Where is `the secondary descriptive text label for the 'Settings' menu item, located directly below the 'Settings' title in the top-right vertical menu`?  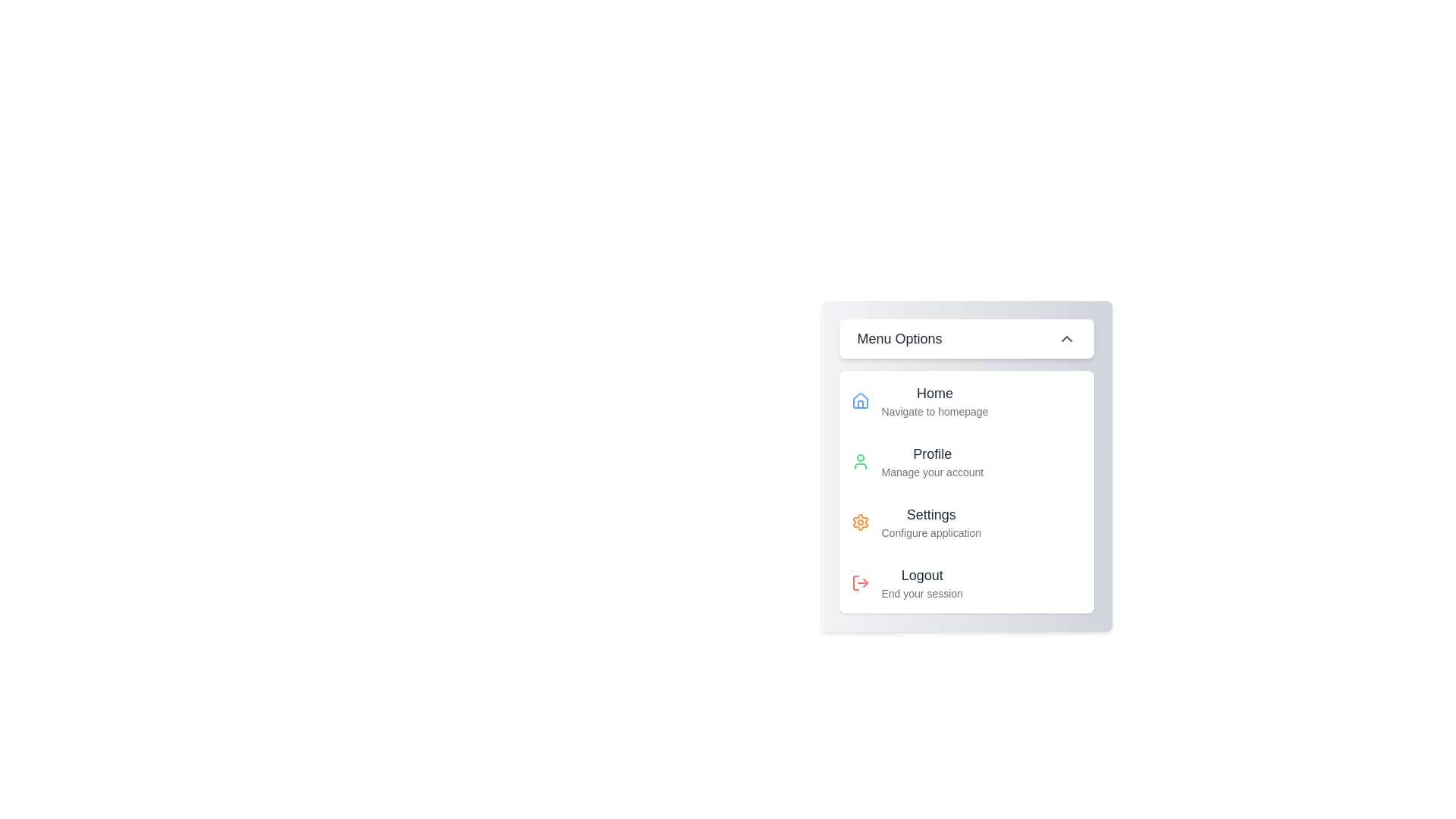
the secondary descriptive text label for the 'Settings' menu item, located directly below the 'Settings' title in the top-right vertical menu is located at coordinates (930, 532).